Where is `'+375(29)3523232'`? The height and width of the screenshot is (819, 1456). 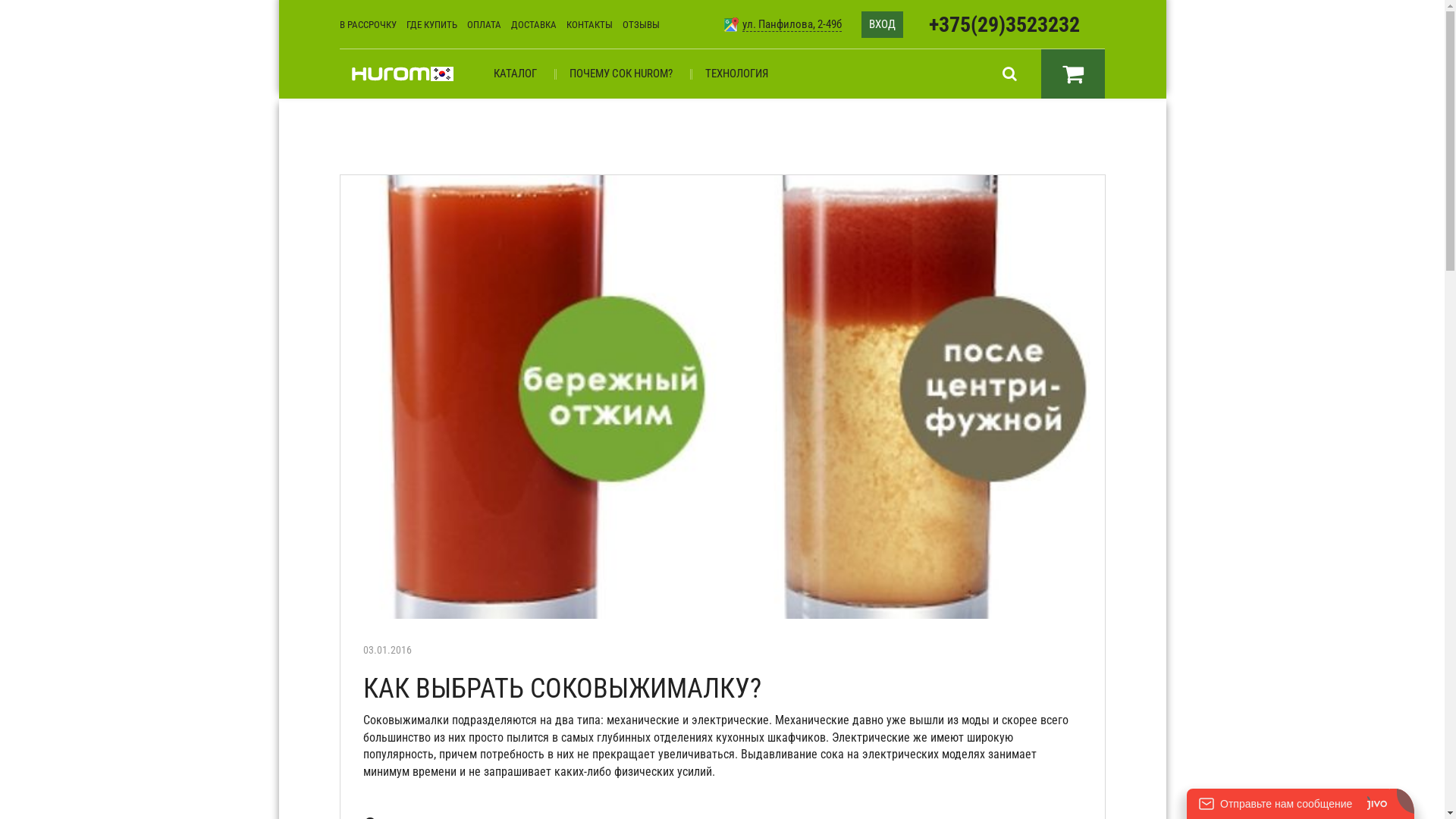 '+375(29)3523232' is located at coordinates (1004, 24).